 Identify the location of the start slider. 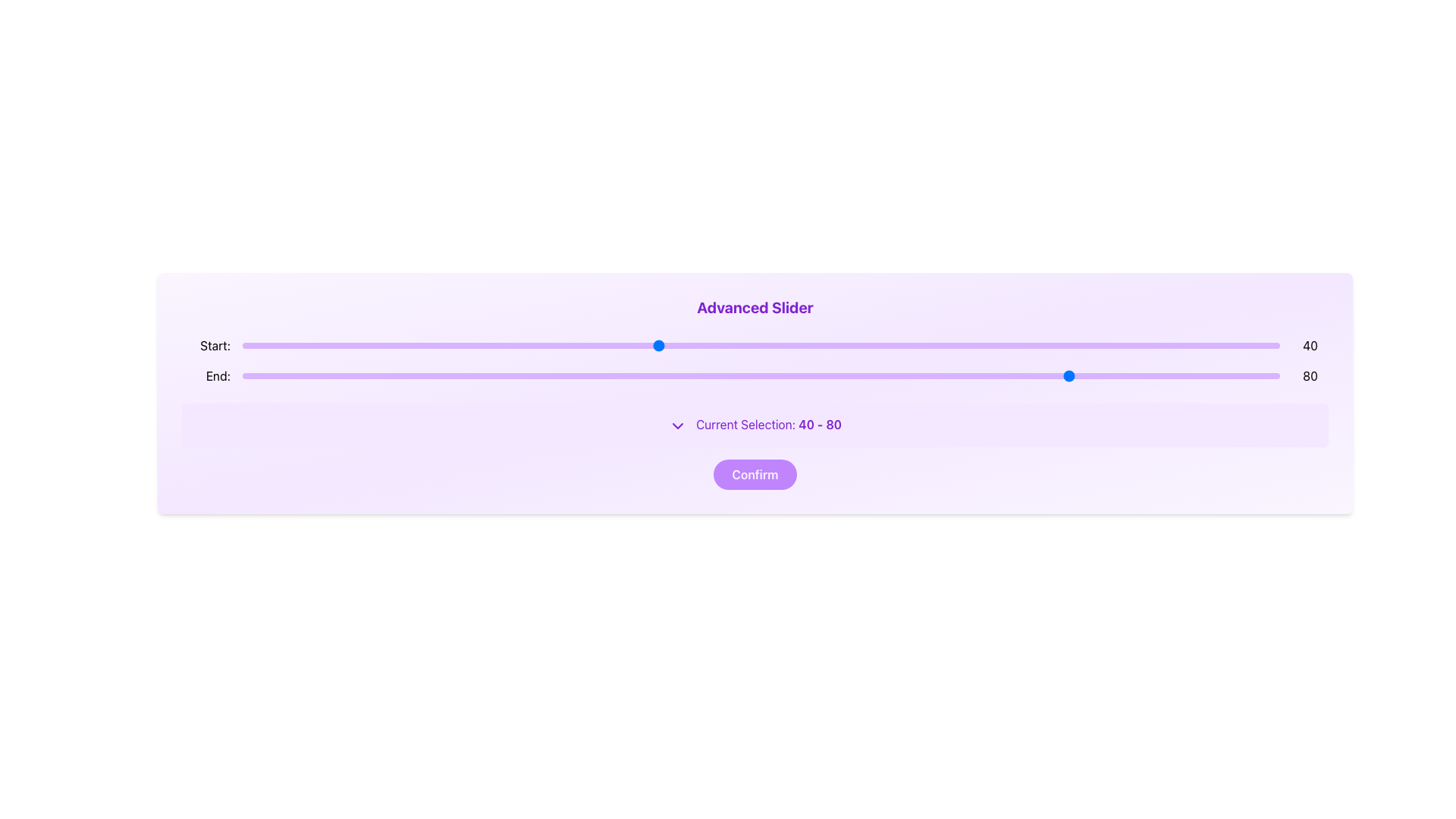
(782, 345).